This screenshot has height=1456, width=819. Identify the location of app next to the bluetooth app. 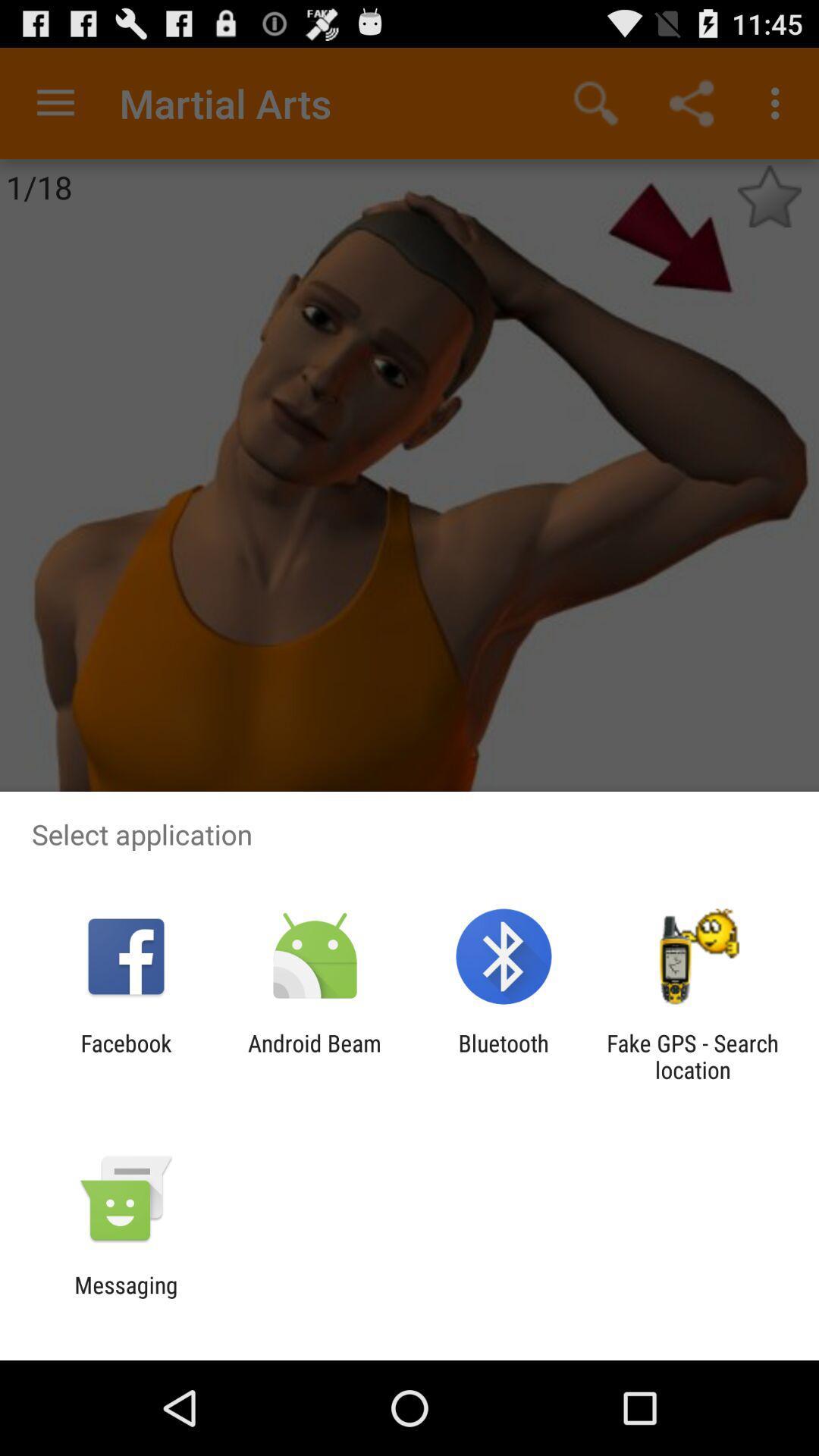
(314, 1056).